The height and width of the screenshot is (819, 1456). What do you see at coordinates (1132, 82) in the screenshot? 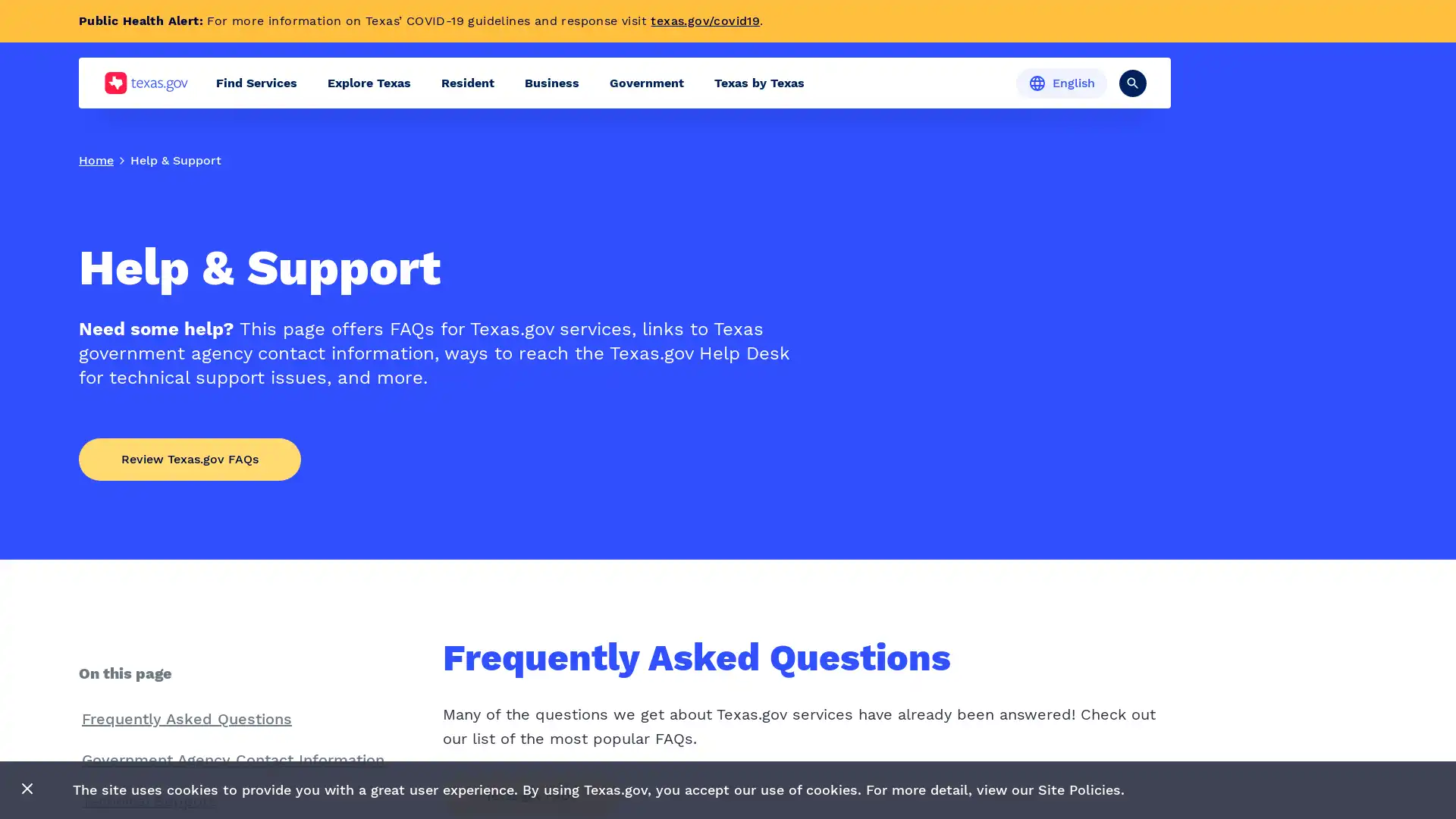
I see `Search` at bounding box center [1132, 82].